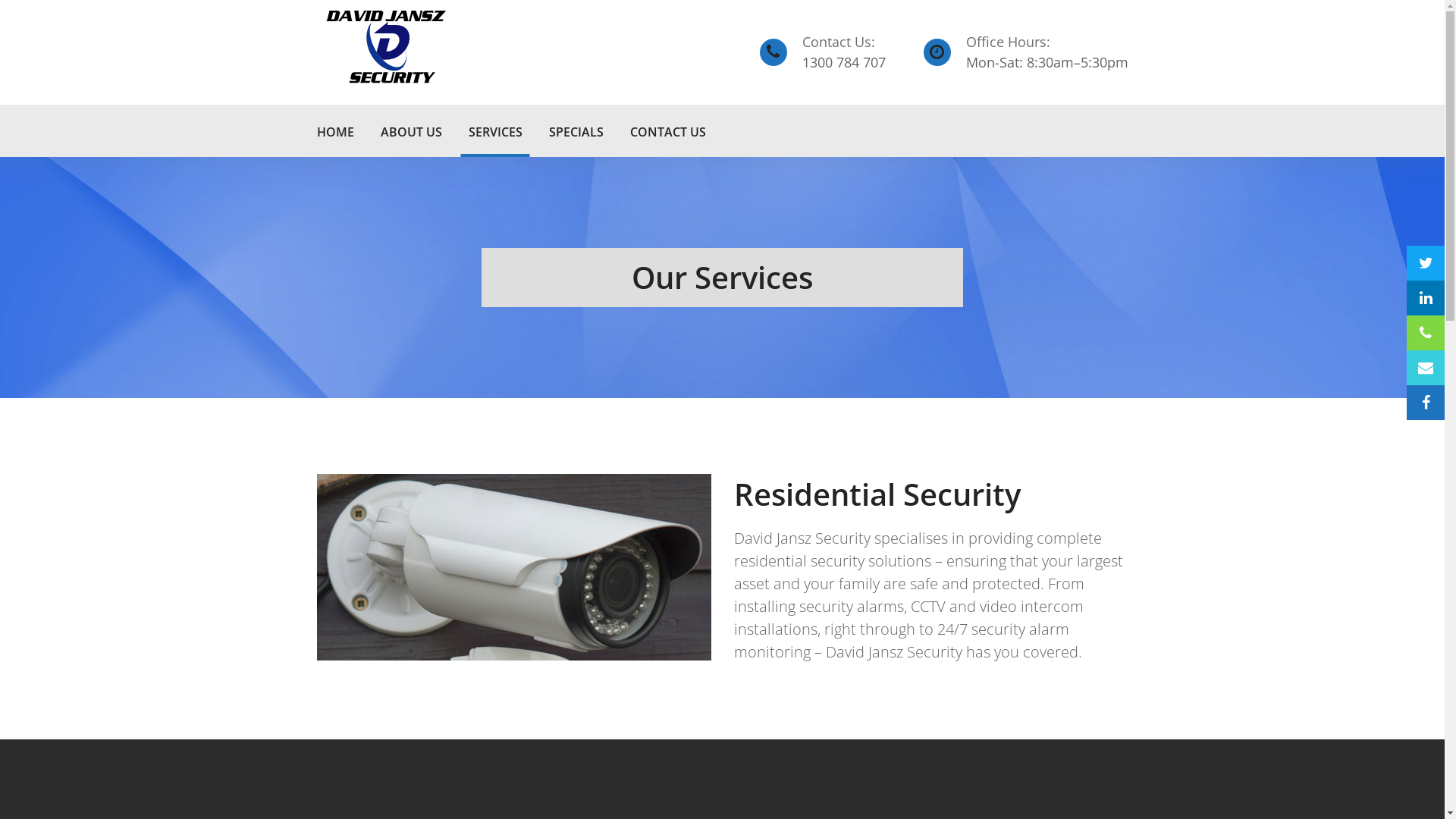  I want to click on 'HOME', so click(334, 130).